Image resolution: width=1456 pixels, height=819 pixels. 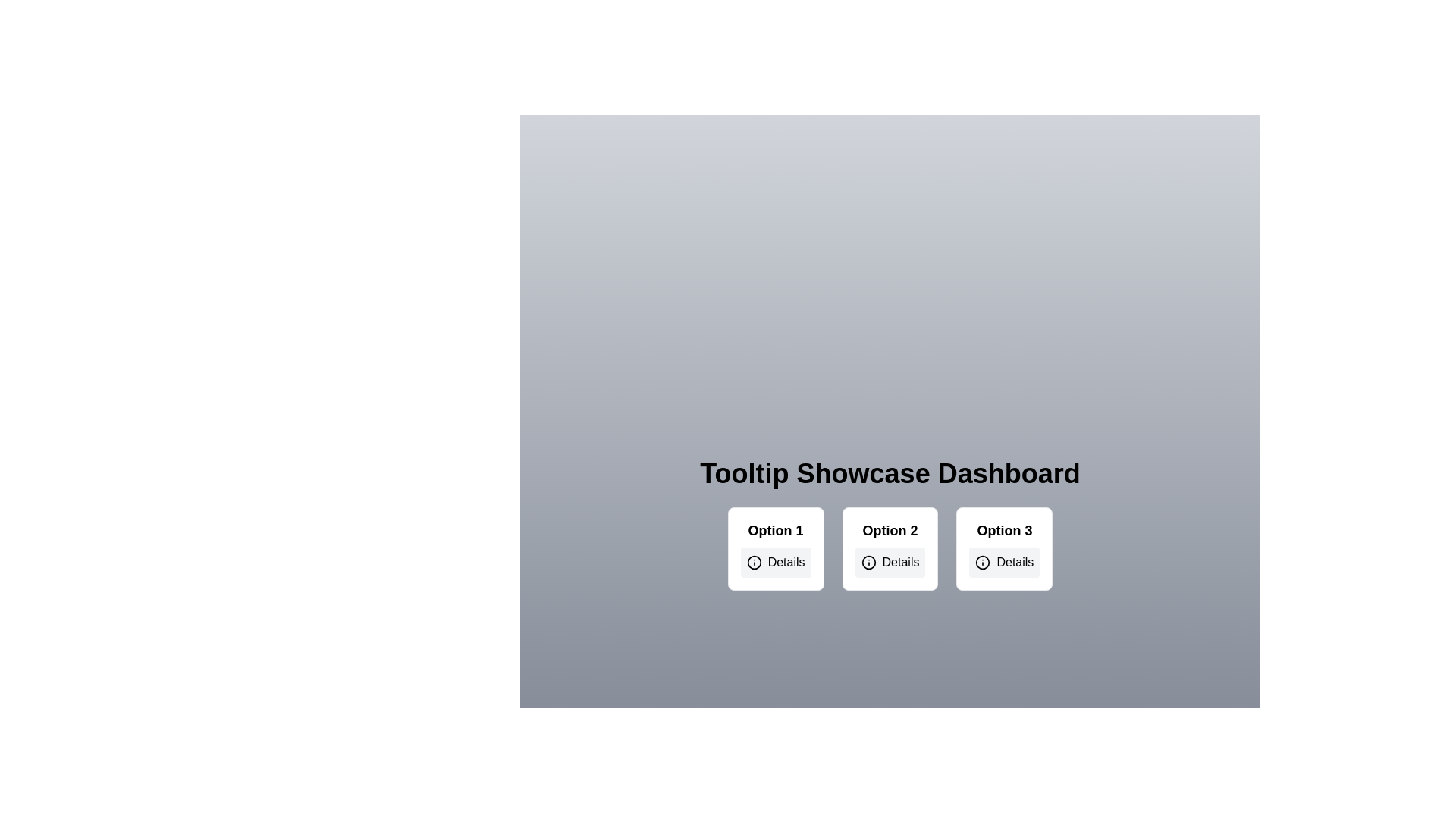 What do you see at coordinates (1004, 529) in the screenshot?
I see `the text label that says 'Option 3', which is prominently displayed in bold font within a white rectangular section, located at the top-center of the third card in a row of options` at bounding box center [1004, 529].